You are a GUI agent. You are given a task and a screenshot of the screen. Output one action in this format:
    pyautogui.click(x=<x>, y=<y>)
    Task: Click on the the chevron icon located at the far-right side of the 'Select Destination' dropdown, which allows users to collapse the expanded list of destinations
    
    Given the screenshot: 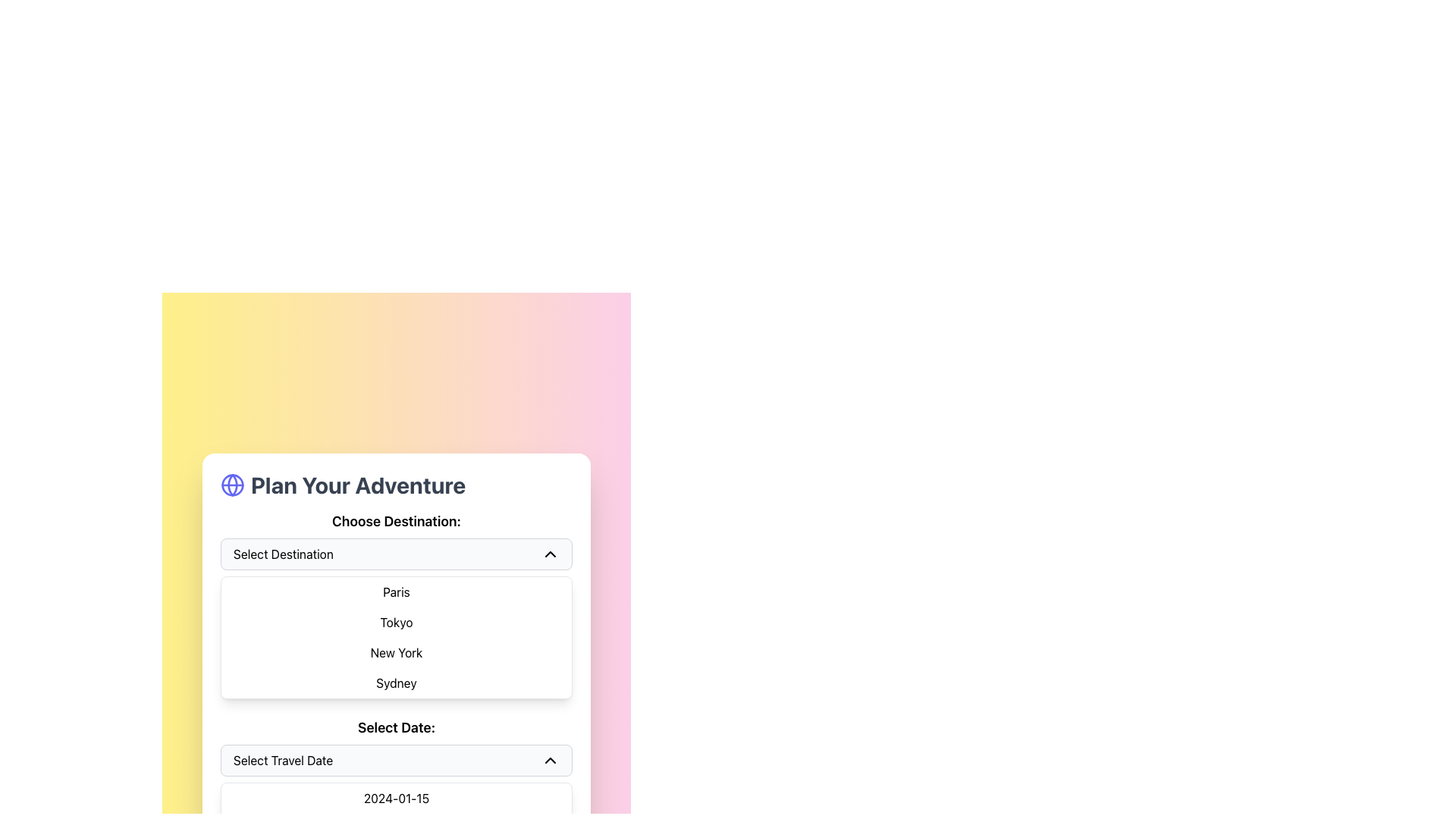 What is the action you would take?
    pyautogui.click(x=549, y=554)
    